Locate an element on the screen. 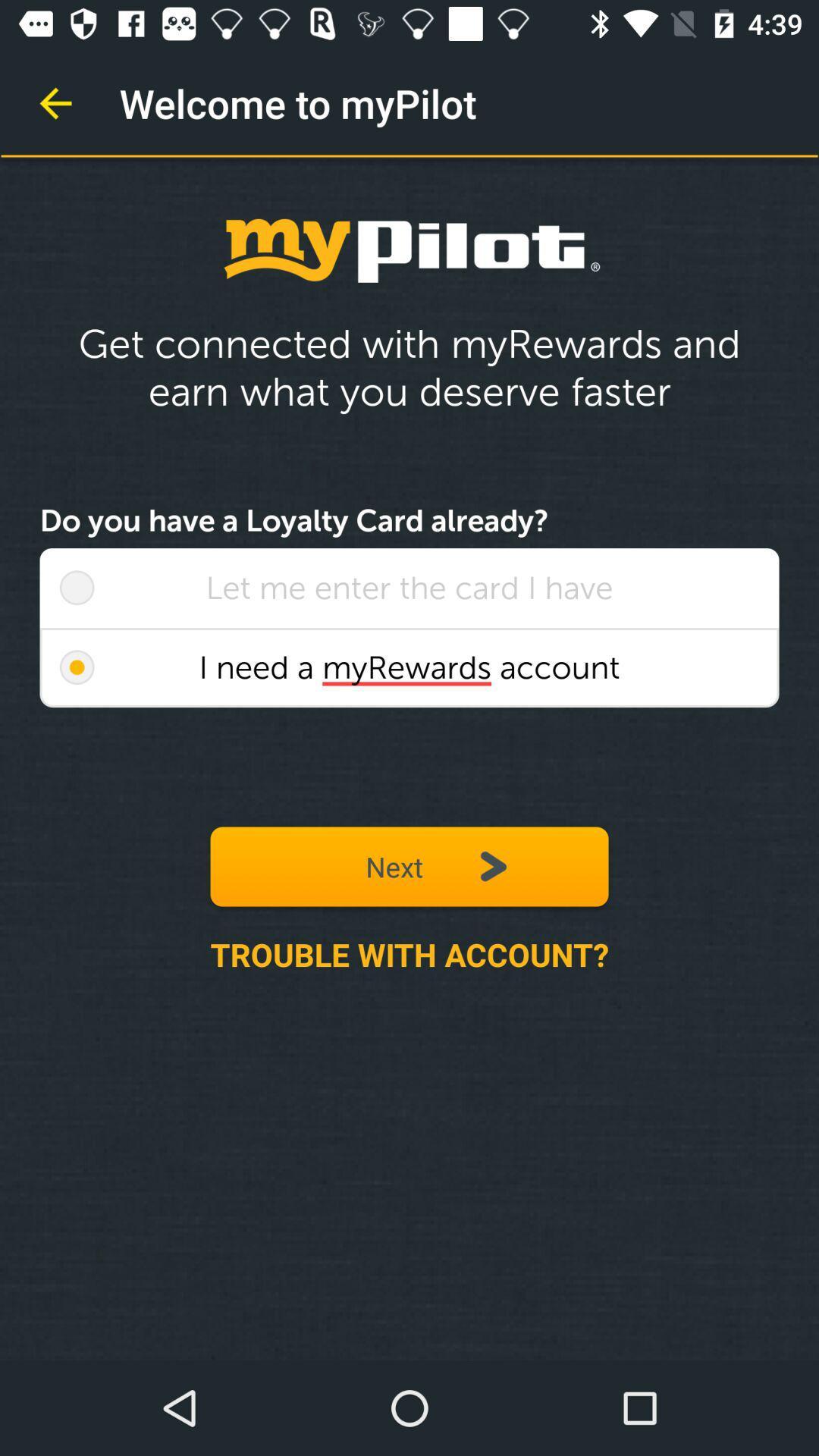 This screenshot has height=1456, width=819. item at the top left corner is located at coordinates (55, 102).